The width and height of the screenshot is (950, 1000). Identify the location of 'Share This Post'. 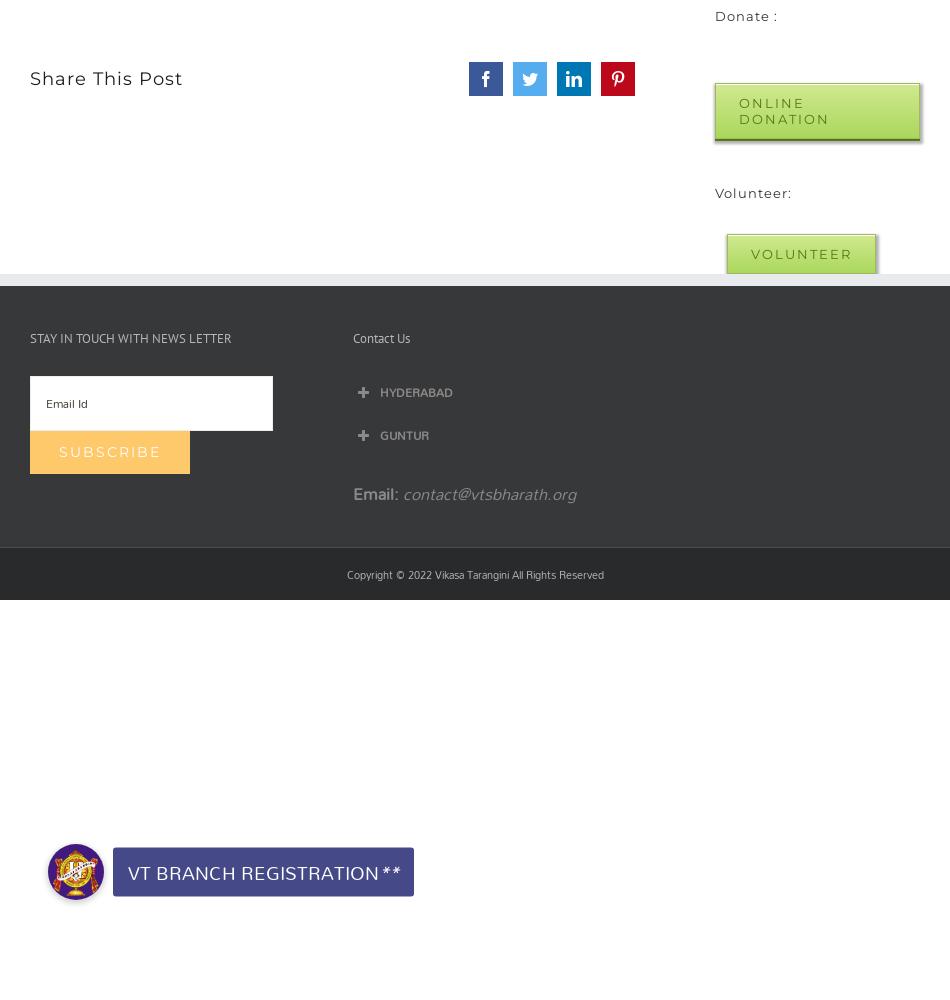
(106, 77).